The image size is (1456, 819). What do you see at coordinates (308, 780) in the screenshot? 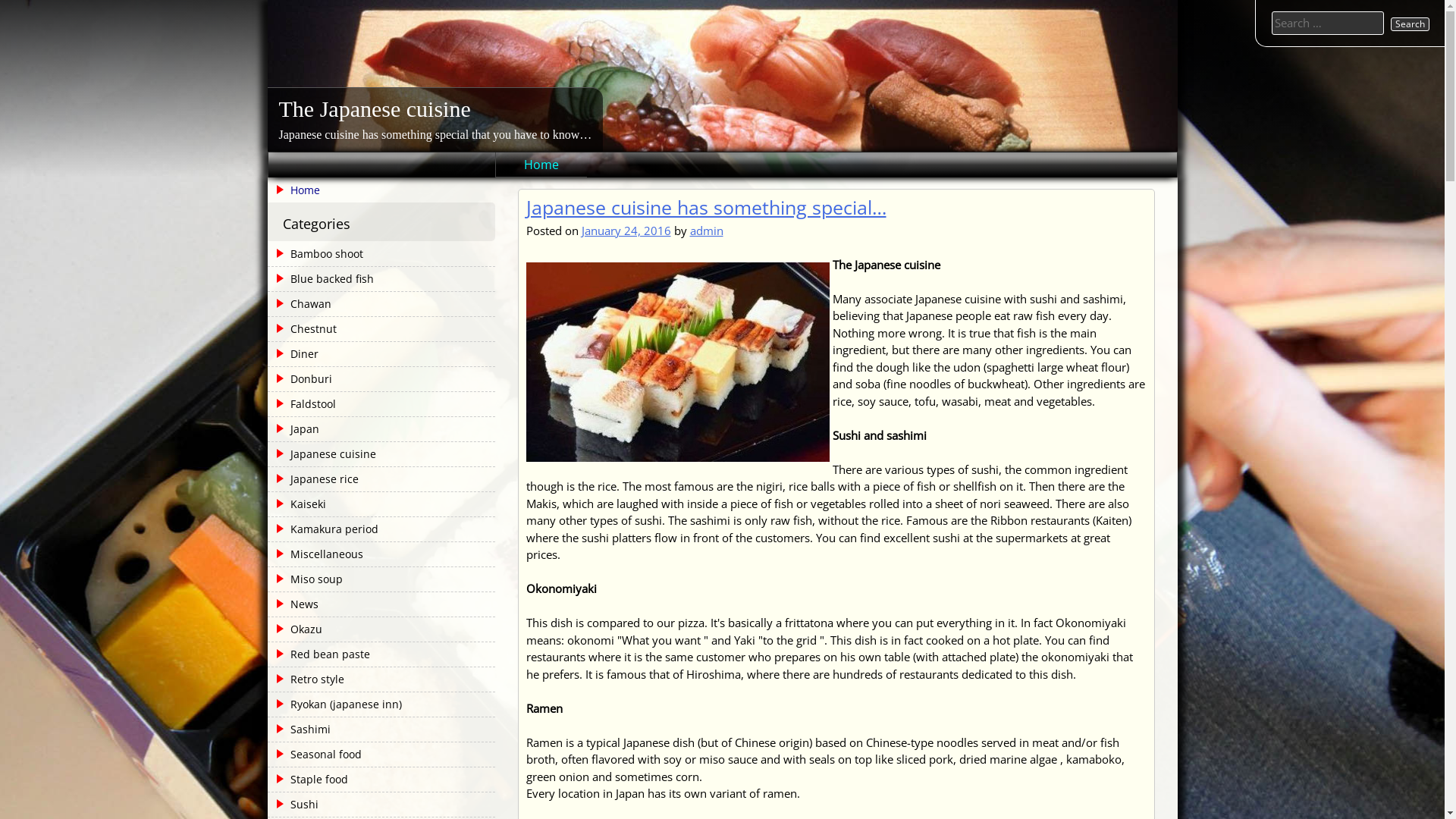
I see `'Staple food'` at bounding box center [308, 780].